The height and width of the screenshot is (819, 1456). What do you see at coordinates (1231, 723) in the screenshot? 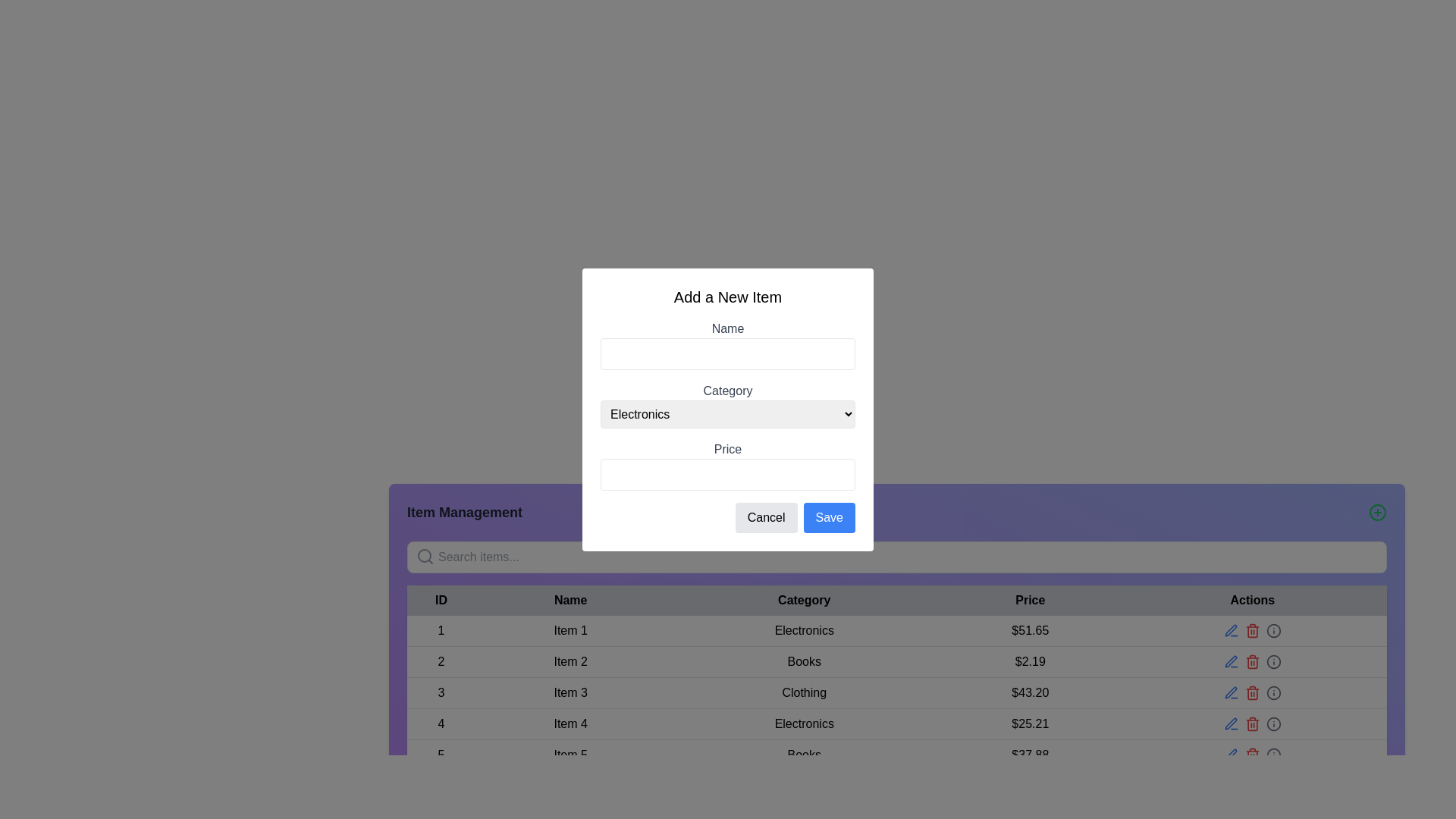
I see `the pen-shaped icon in the 'Actions' row at the far-right` at bounding box center [1231, 723].